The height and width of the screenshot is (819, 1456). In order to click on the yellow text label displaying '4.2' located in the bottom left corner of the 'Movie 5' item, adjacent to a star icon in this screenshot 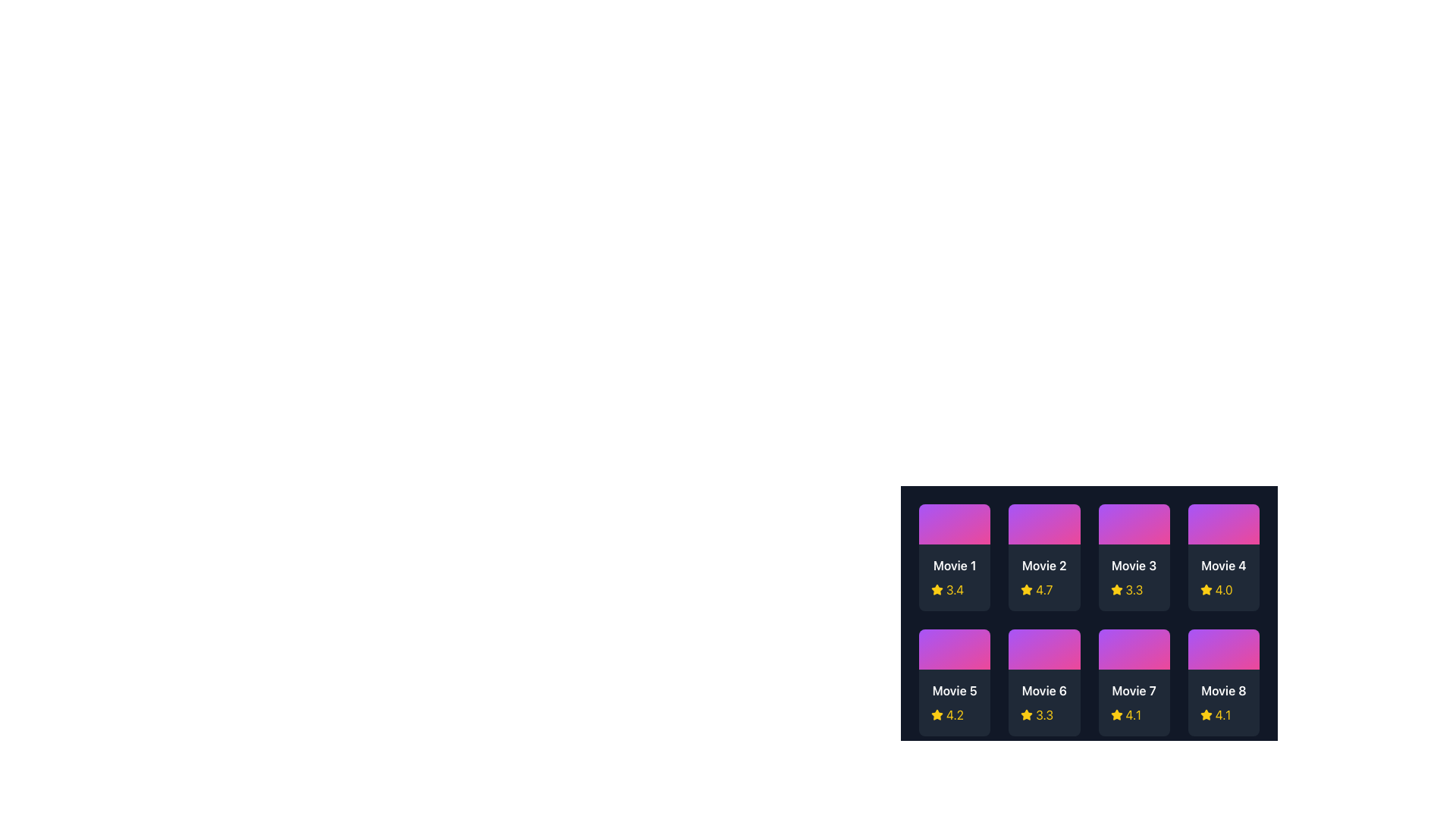, I will do `click(954, 715)`.